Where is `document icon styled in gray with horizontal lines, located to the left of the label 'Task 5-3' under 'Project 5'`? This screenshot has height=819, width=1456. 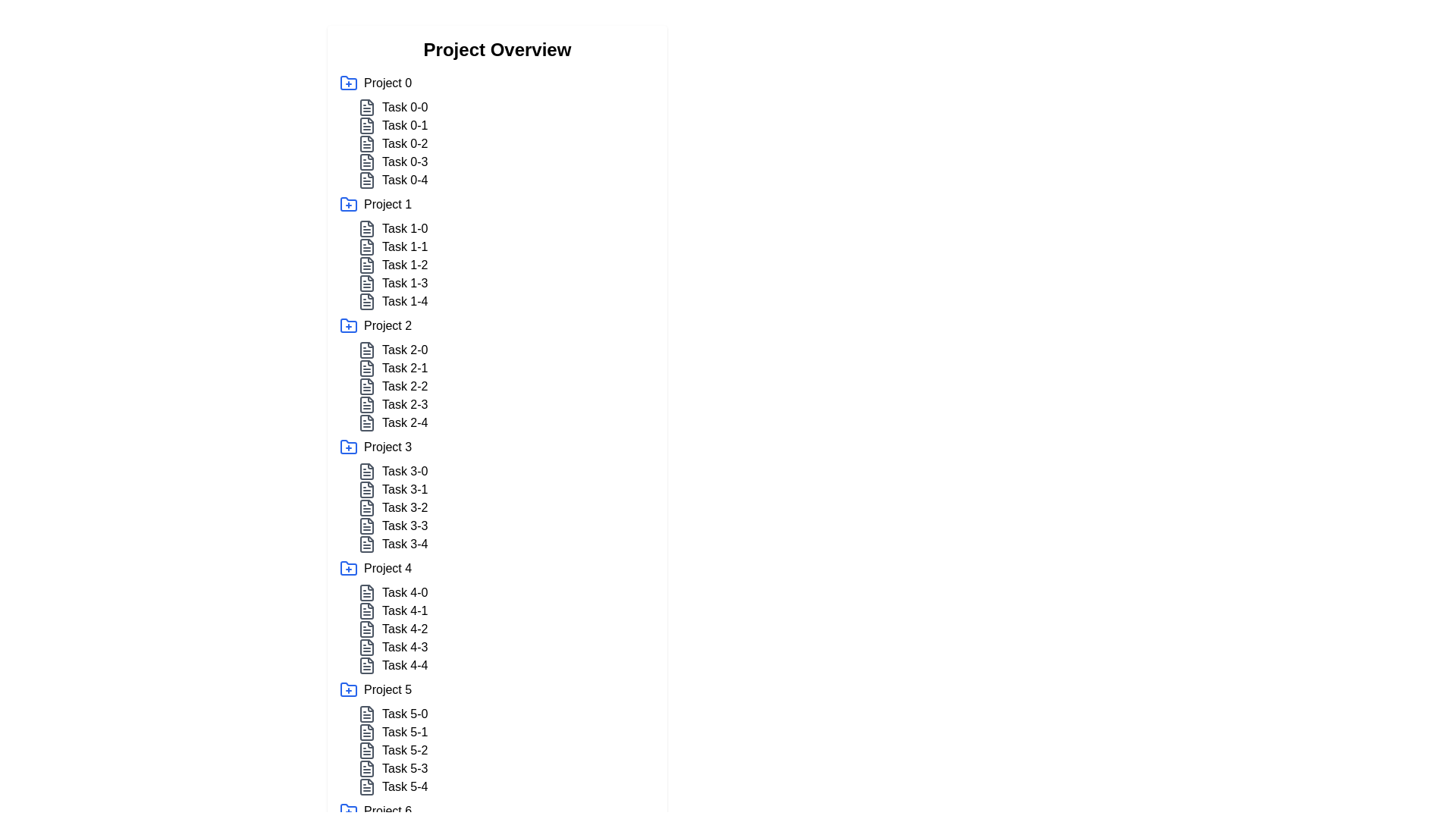 document icon styled in gray with horizontal lines, located to the left of the label 'Task 5-3' under 'Project 5' is located at coordinates (367, 769).